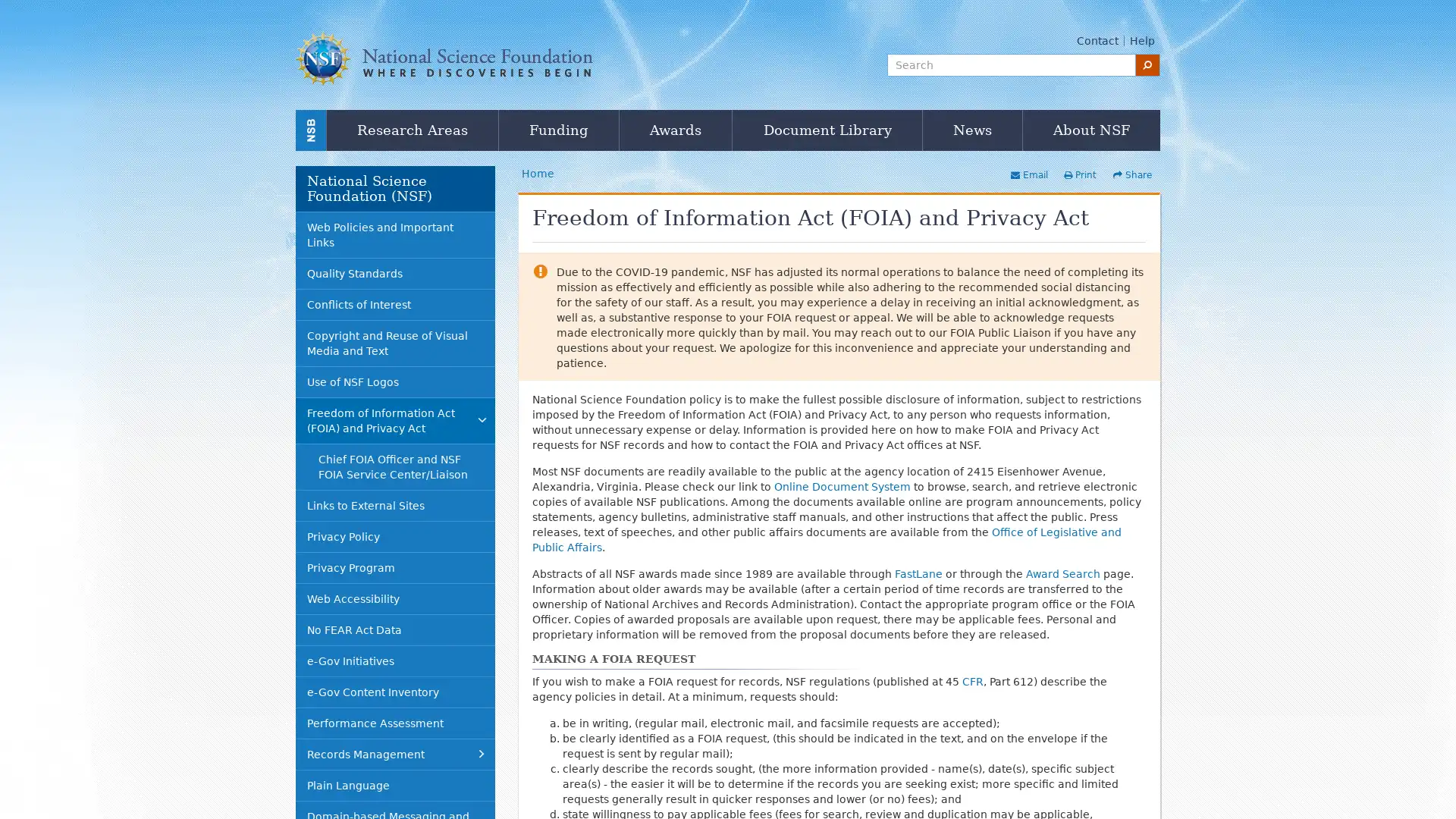 The height and width of the screenshot is (819, 1456). Describe the element at coordinates (395, 754) in the screenshot. I see `Records Management` at that location.